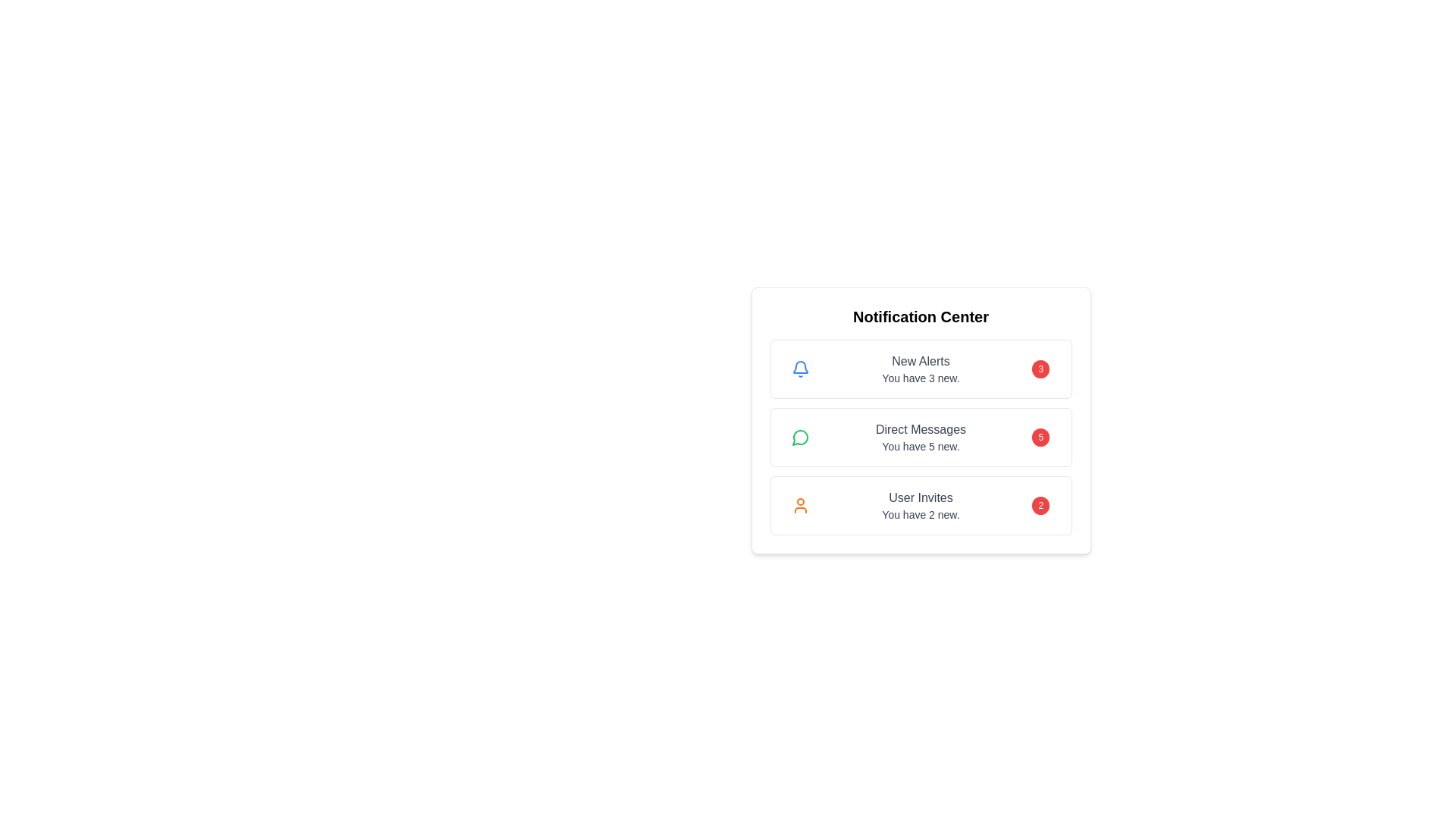  What do you see at coordinates (920, 430) in the screenshot?
I see `the title text label for the notification section providing updates on direct messages, located above the text 'You have 5 new.'` at bounding box center [920, 430].